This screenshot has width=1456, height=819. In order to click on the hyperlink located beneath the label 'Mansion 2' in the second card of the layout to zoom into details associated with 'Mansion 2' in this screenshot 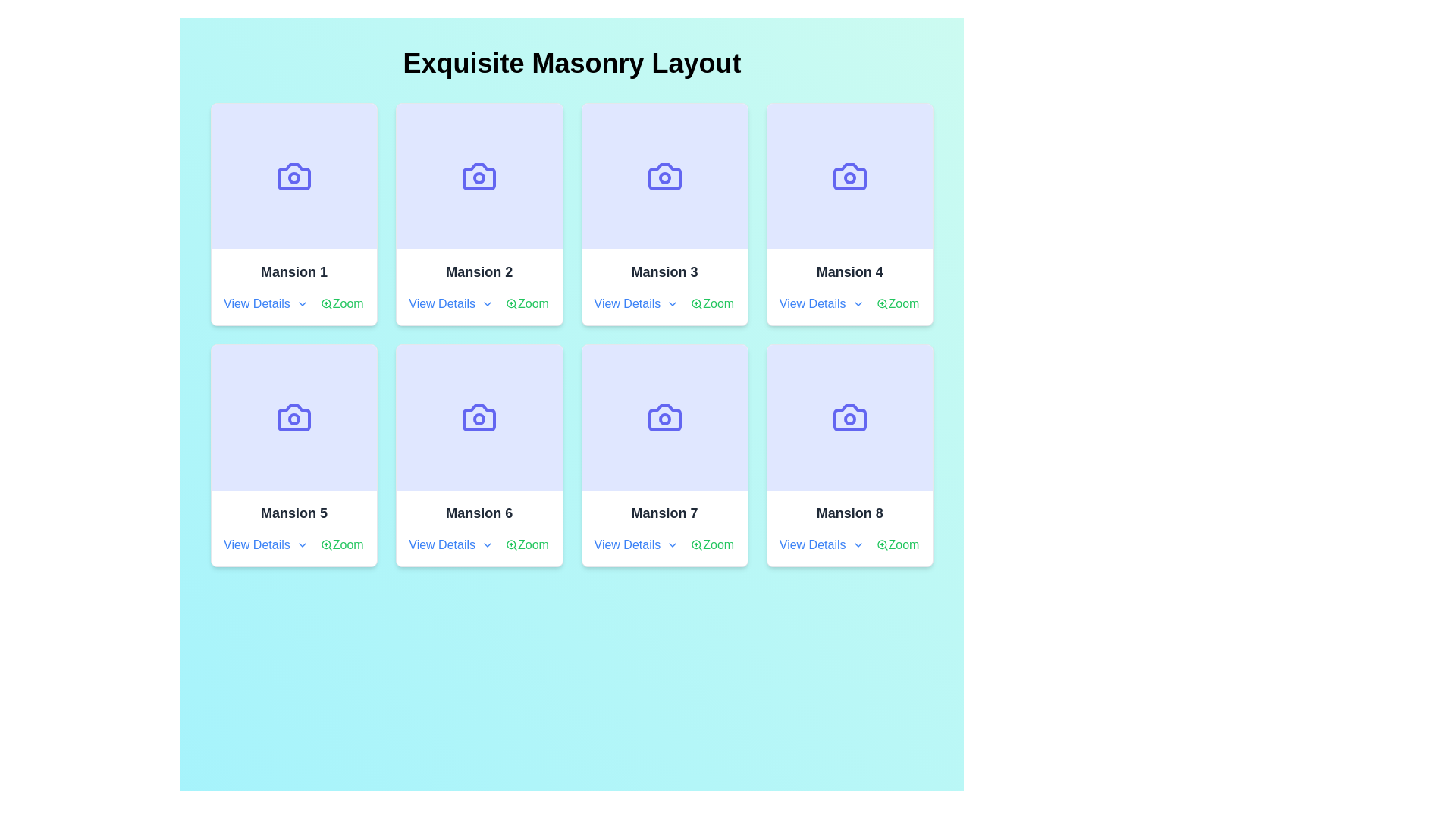, I will do `click(527, 304)`.